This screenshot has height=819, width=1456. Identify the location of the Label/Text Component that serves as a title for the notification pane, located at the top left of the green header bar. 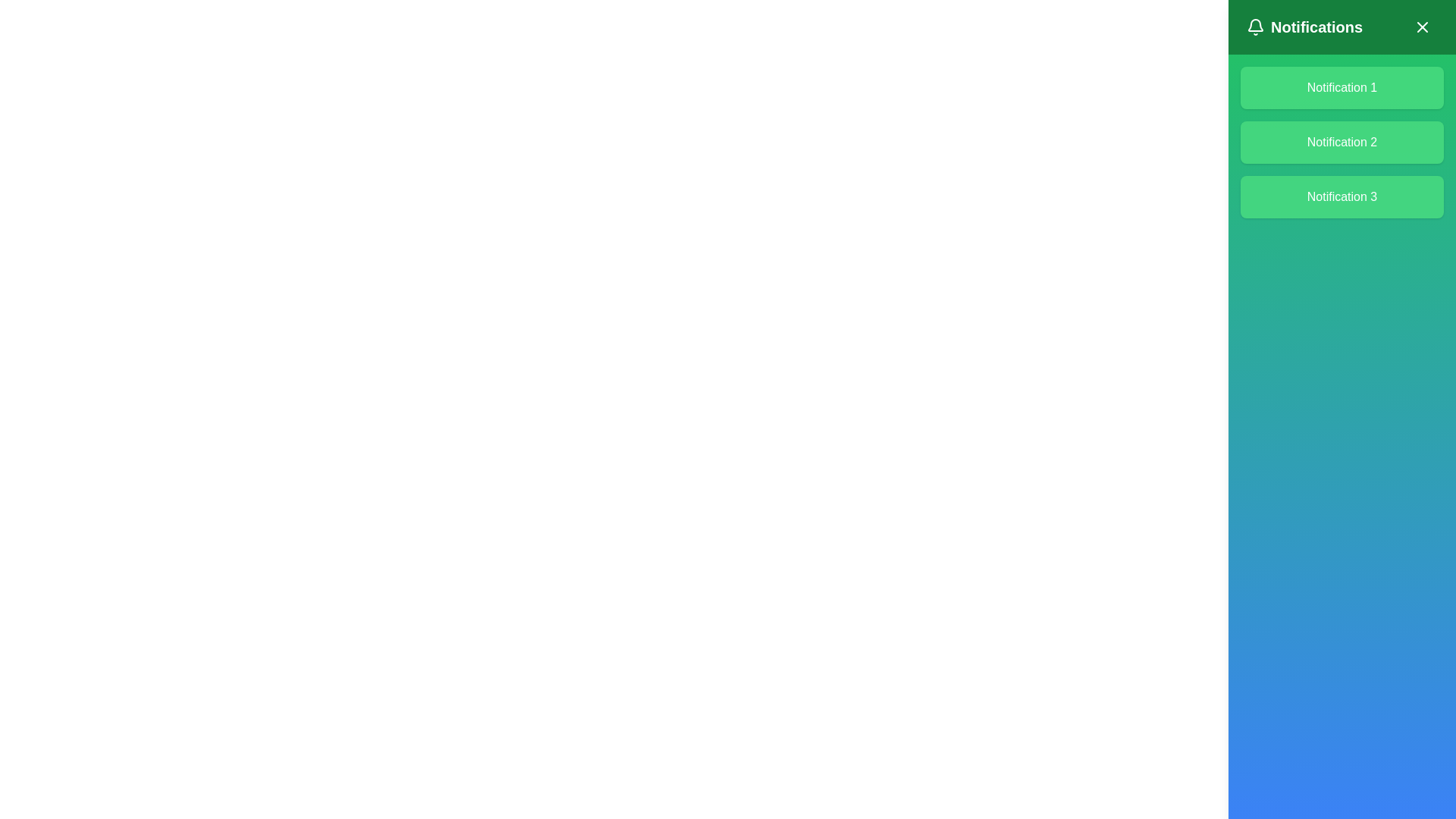
(1304, 27).